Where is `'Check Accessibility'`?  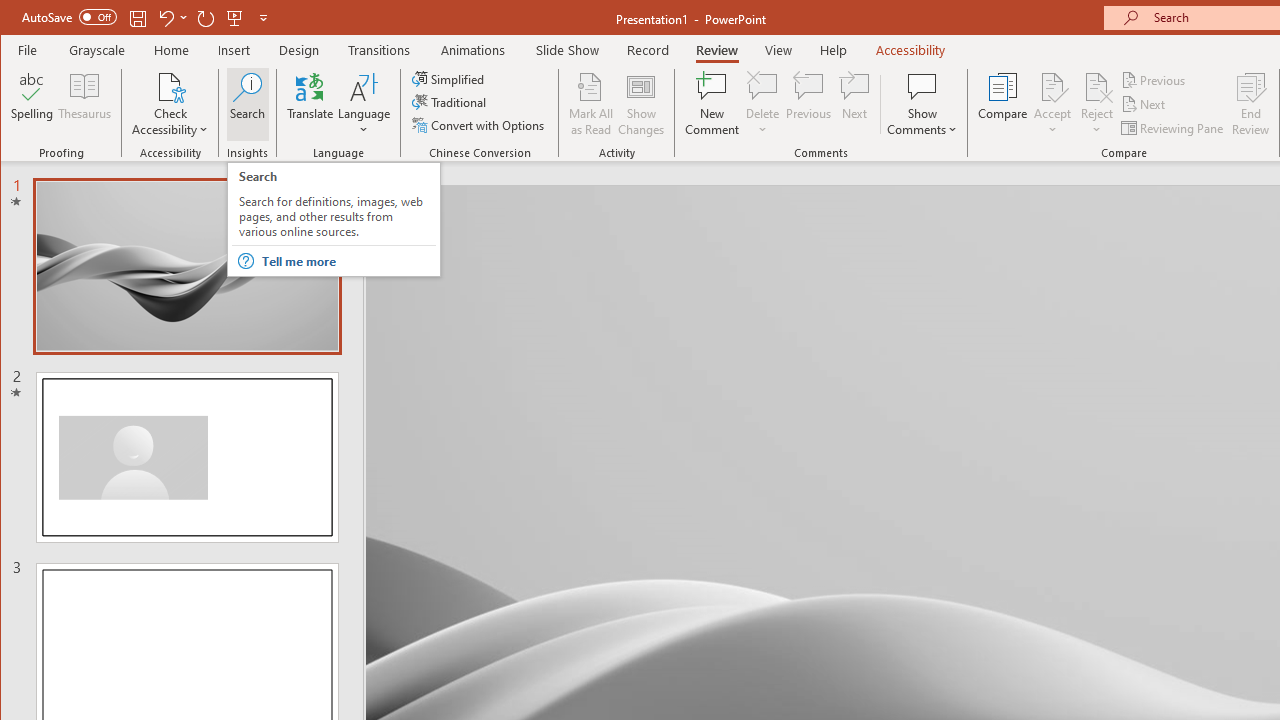
'Check Accessibility' is located at coordinates (170, 85).